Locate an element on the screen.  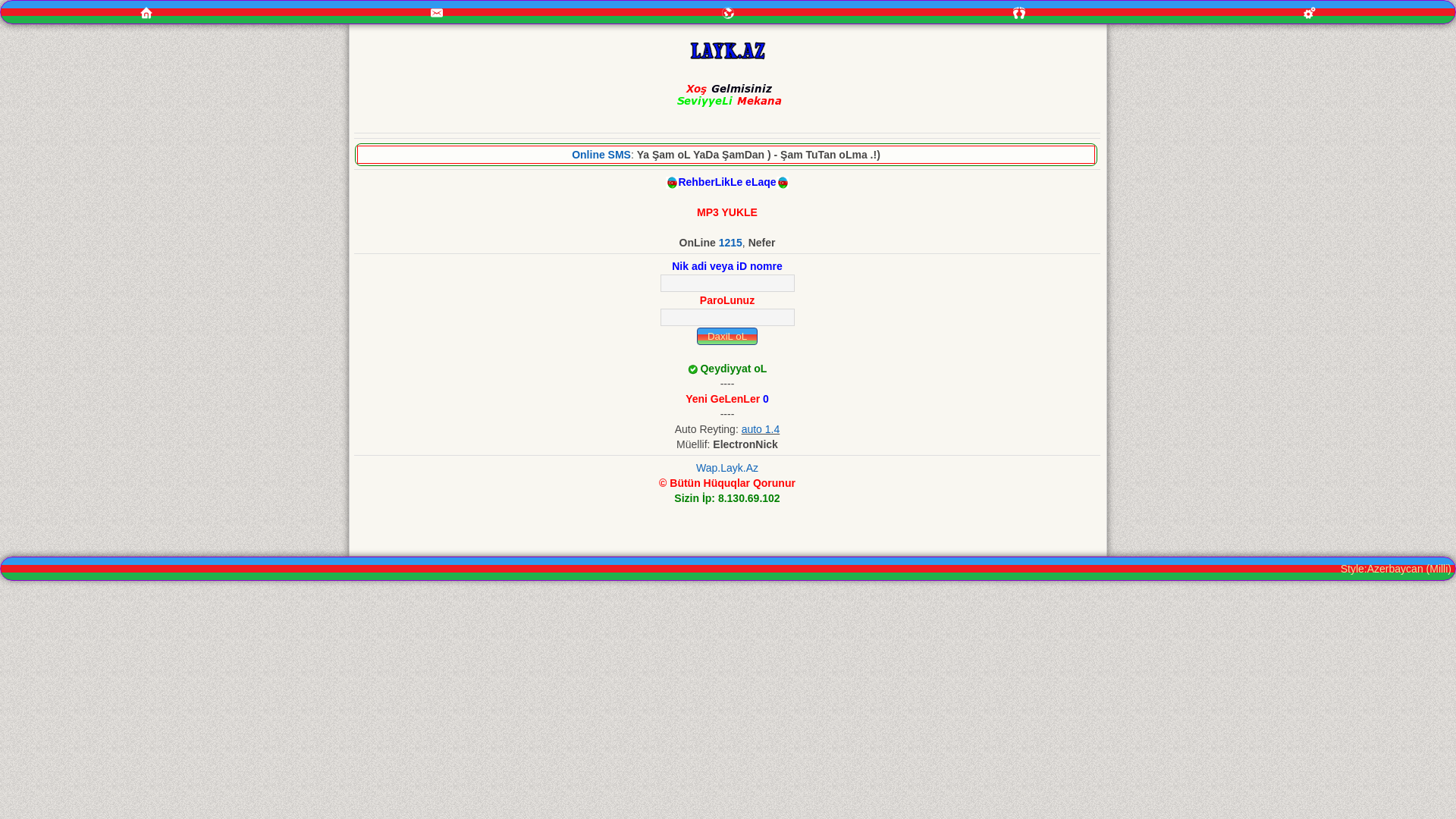
'Style:Azerbaycan (Milli)' is located at coordinates (1395, 568).